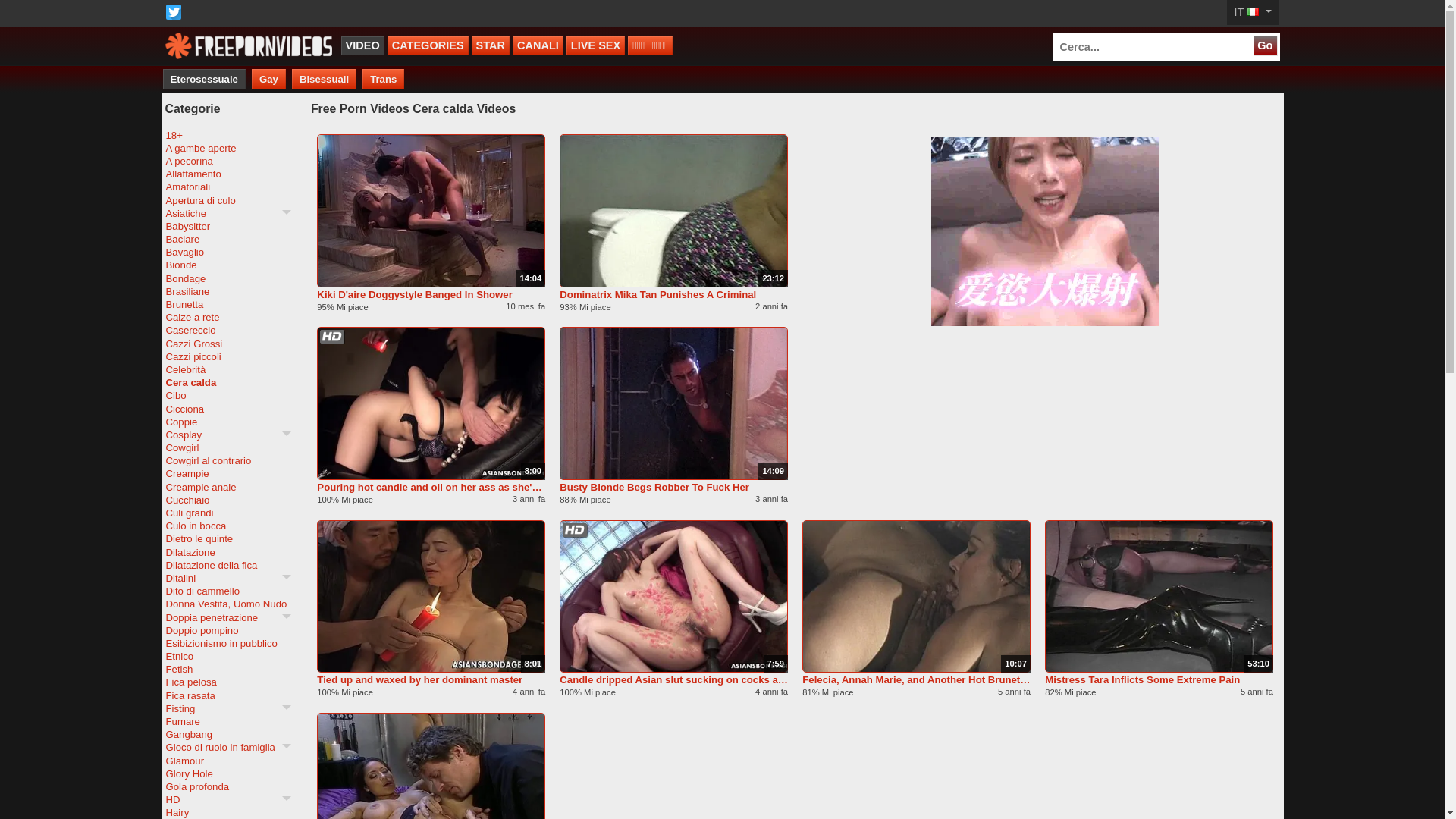  Describe the element at coordinates (227, 447) in the screenshot. I see `'Cowgirl'` at that location.